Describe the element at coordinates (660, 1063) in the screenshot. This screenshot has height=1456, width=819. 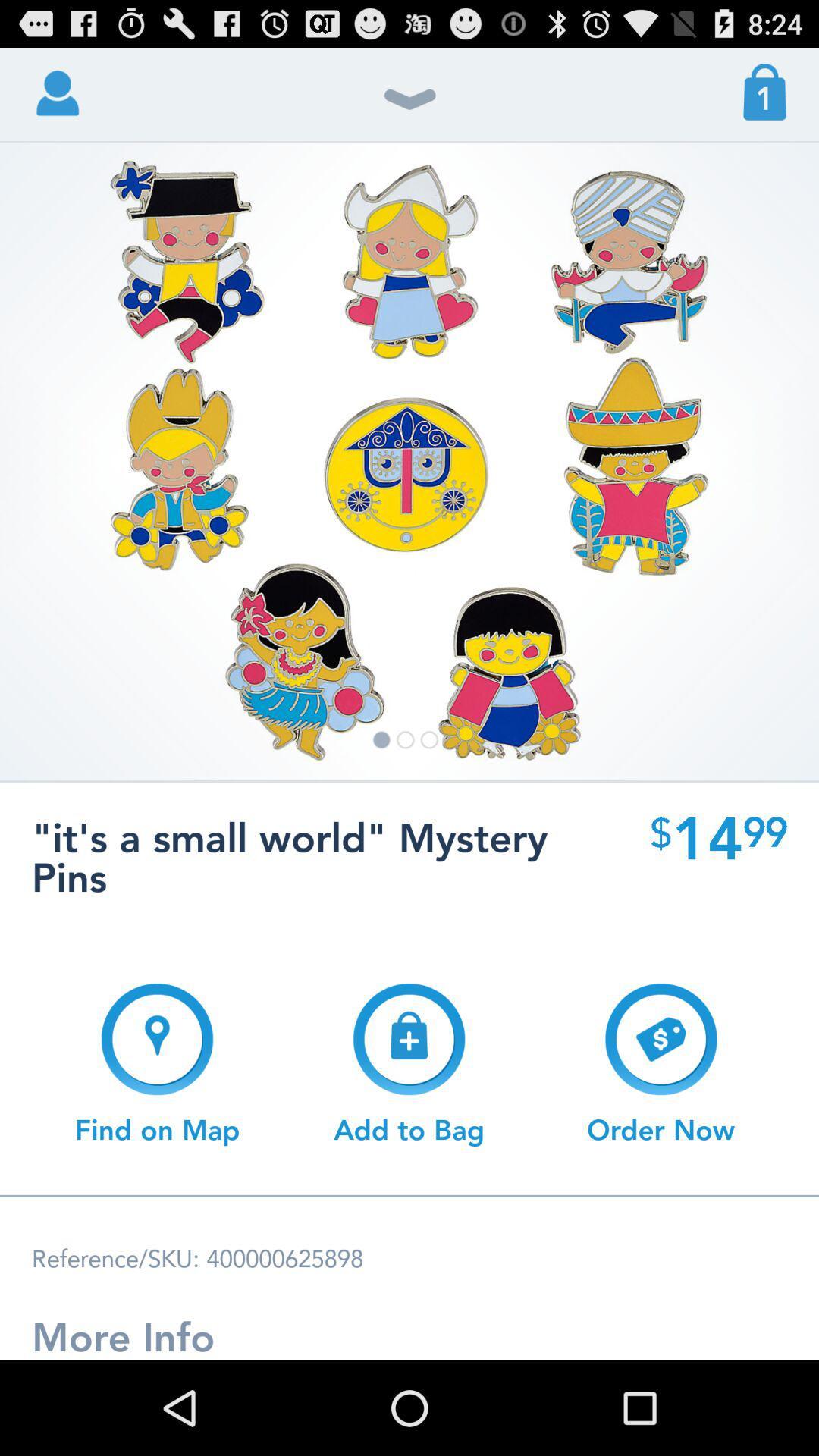
I see `icon next to add to bag button` at that location.